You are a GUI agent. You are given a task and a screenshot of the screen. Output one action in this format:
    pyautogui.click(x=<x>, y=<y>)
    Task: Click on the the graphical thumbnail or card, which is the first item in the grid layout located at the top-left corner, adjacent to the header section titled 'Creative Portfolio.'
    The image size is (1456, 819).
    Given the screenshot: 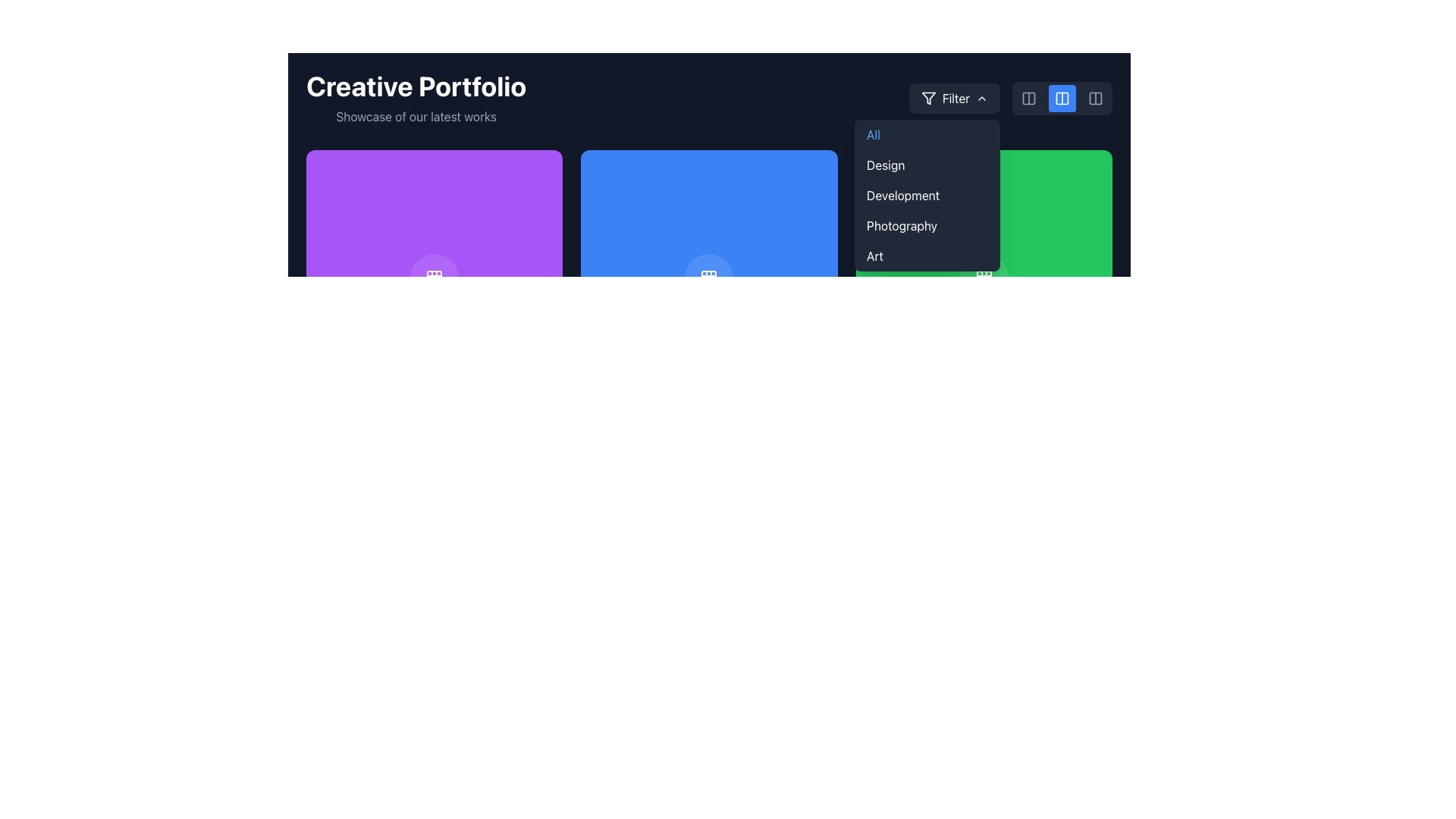 What is the action you would take?
    pyautogui.click(x=434, y=278)
    